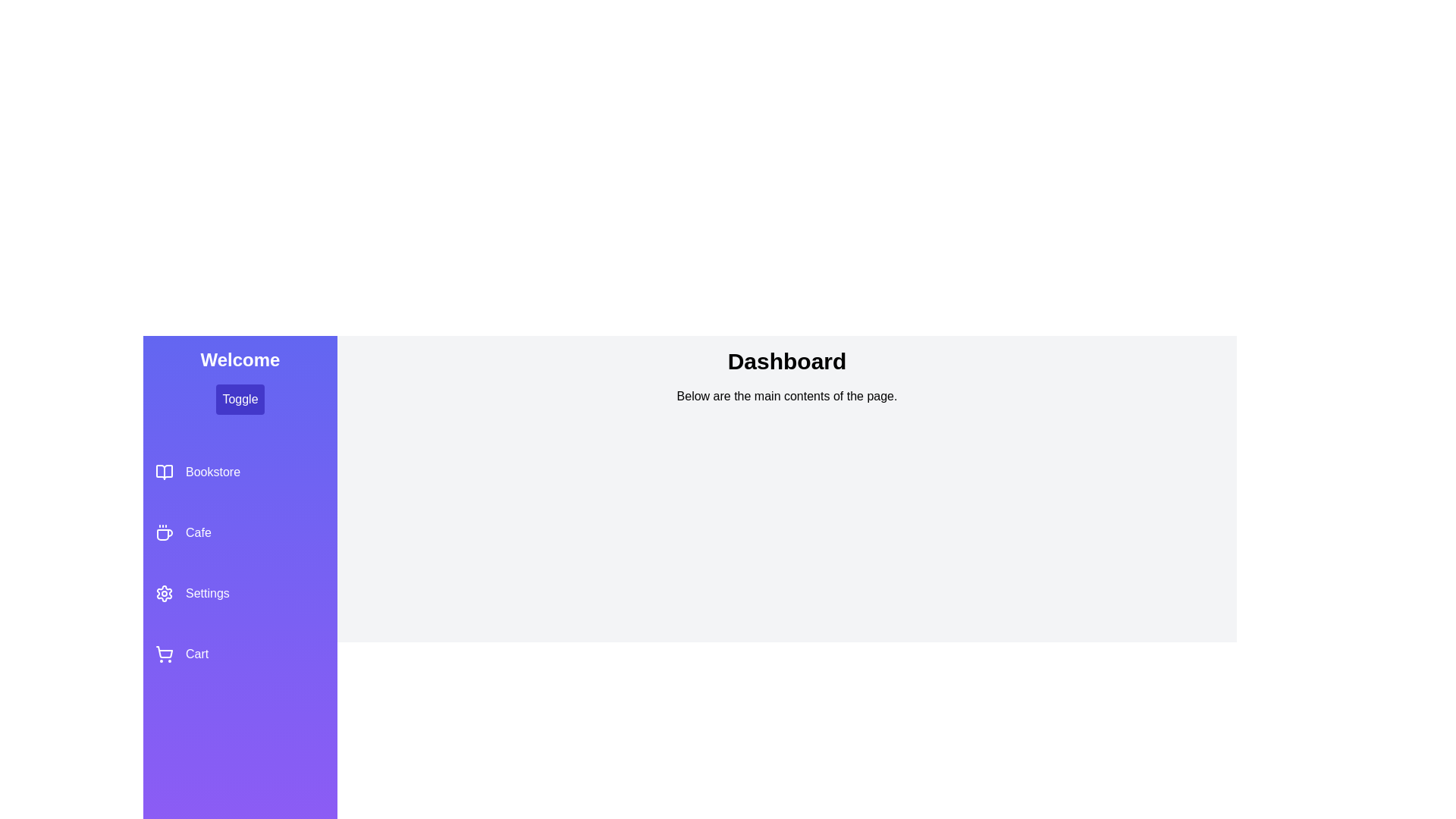  Describe the element at coordinates (239, 654) in the screenshot. I see `the Cart section in the sidebar` at that location.